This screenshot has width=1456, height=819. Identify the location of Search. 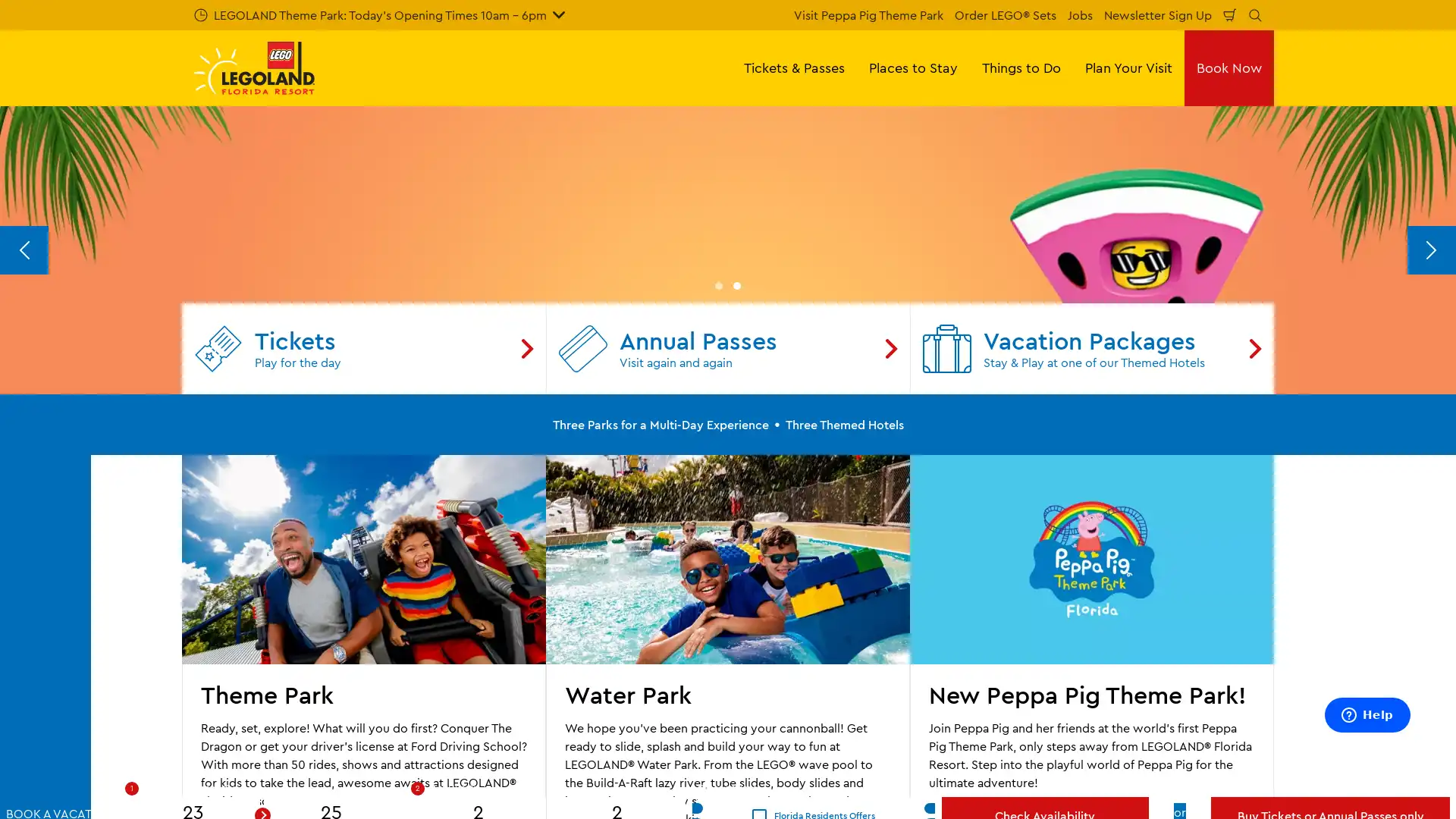
(1255, 14).